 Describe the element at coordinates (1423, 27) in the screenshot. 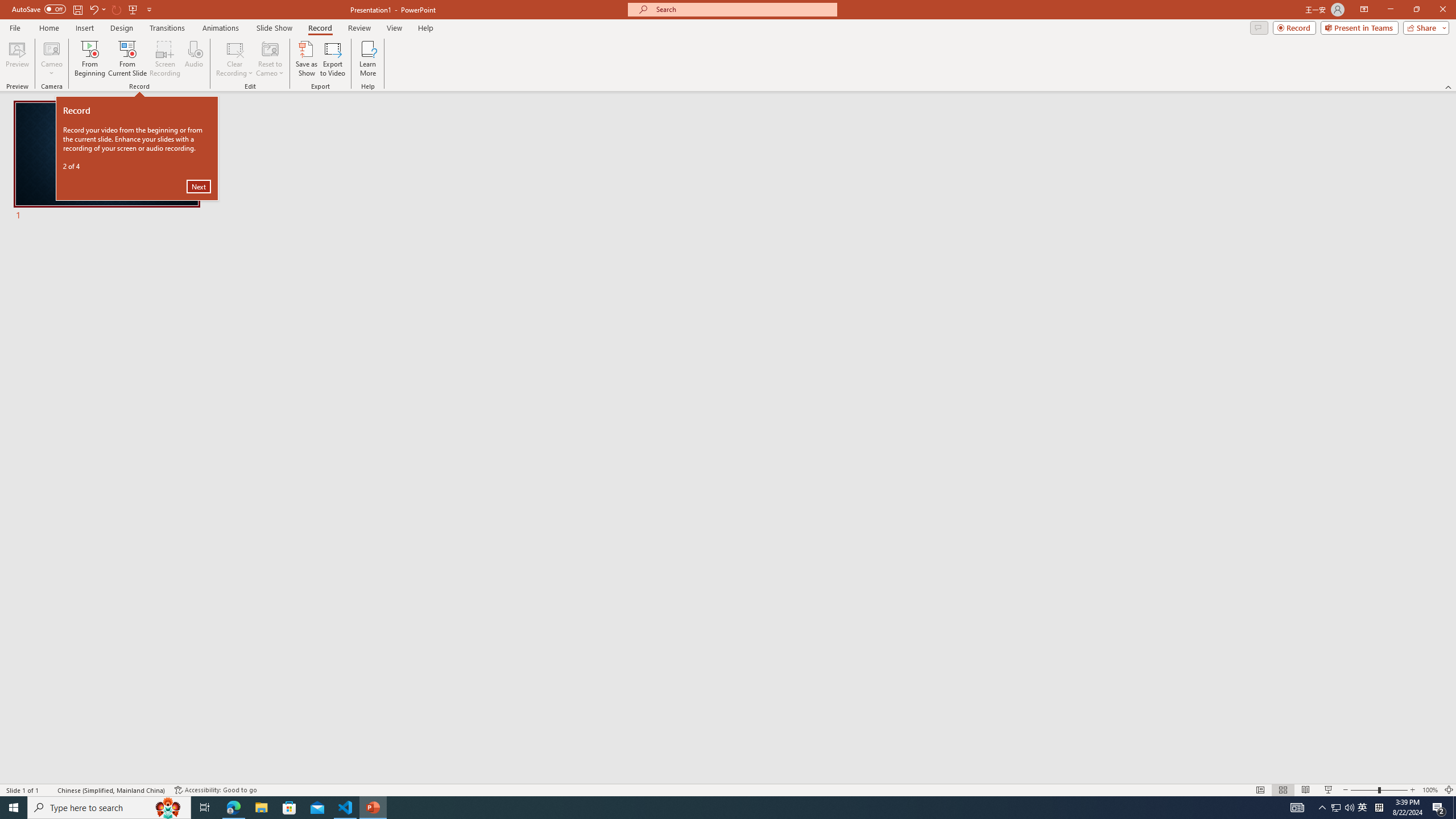

I see `'Share'` at that location.